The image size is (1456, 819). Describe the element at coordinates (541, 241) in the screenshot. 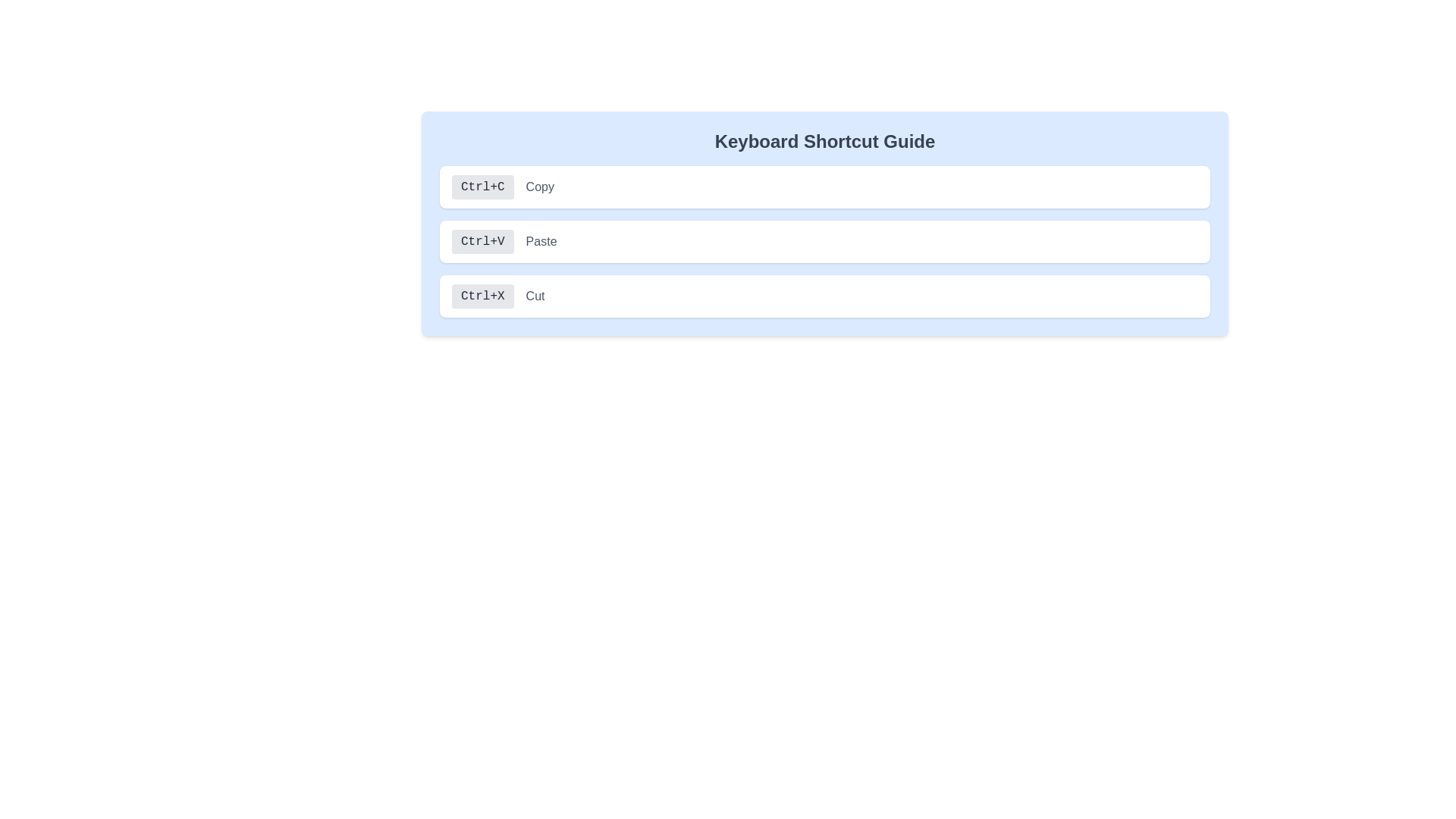

I see `the label indicating the function associated with the 'Ctrl+V' keyboard shortcut in the second row of the Keyboard Shortcut Guide interface` at that location.